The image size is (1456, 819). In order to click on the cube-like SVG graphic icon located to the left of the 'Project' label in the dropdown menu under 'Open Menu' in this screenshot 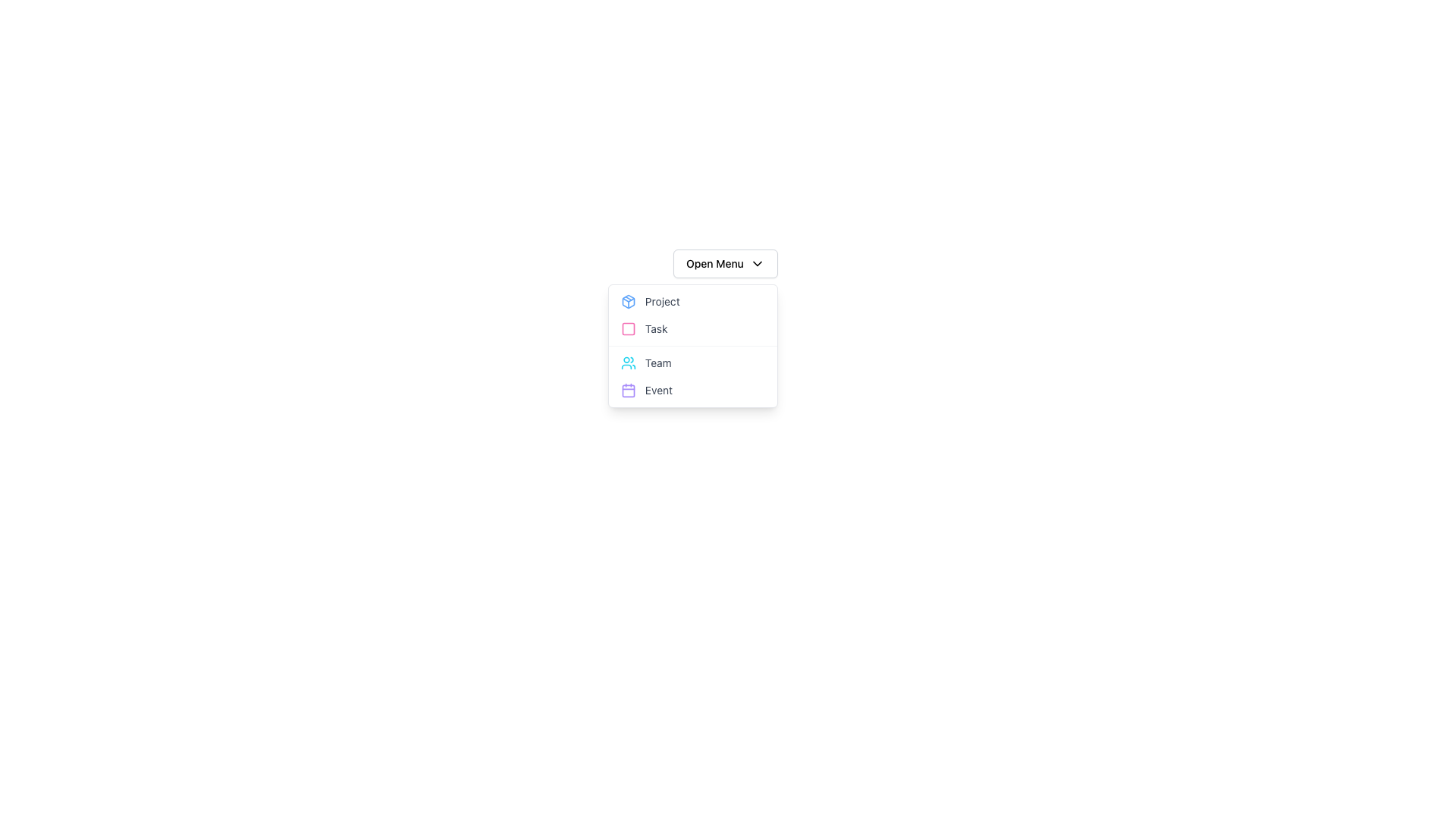, I will do `click(628, 301)`.